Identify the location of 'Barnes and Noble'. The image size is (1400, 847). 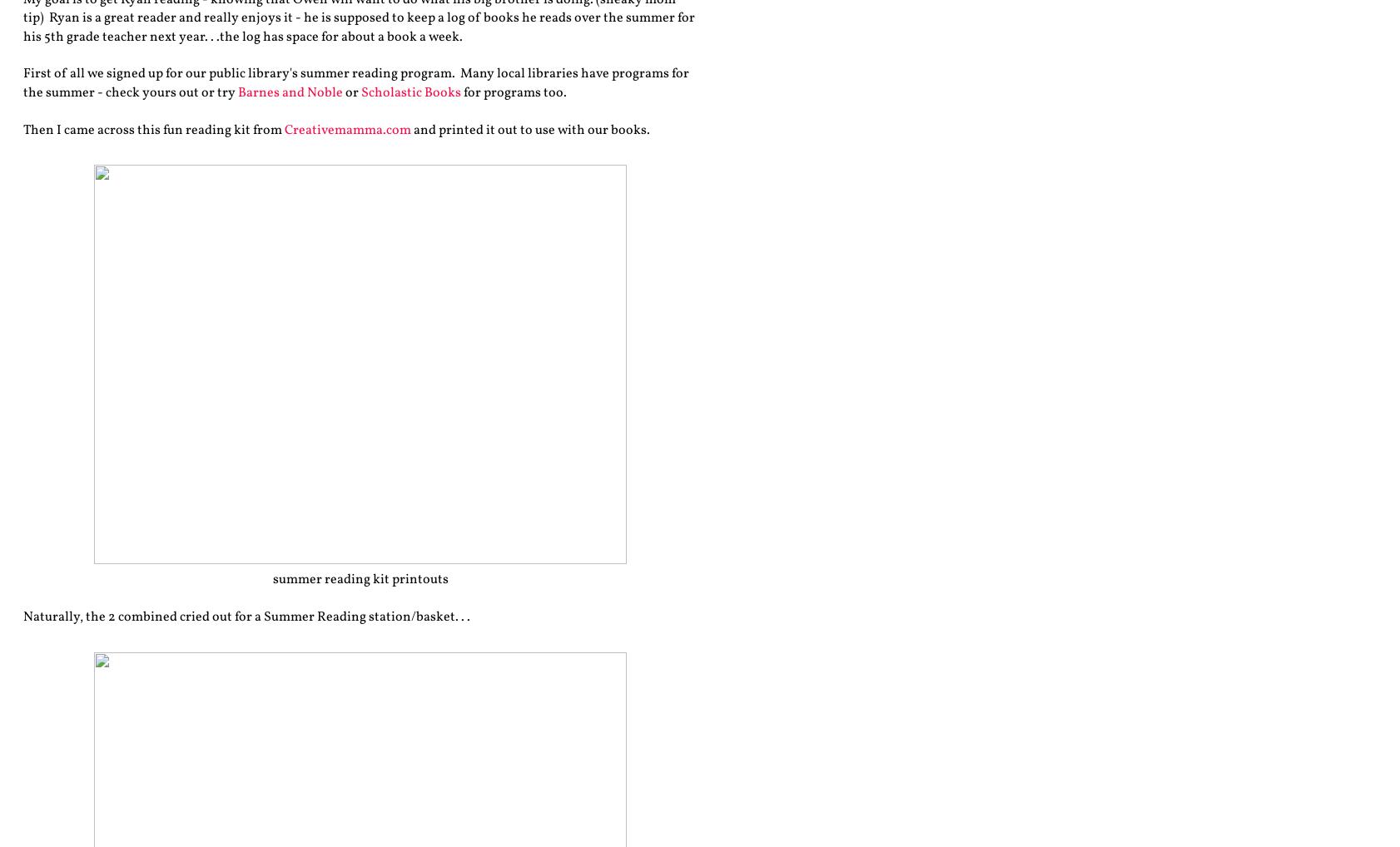
(290, 91).